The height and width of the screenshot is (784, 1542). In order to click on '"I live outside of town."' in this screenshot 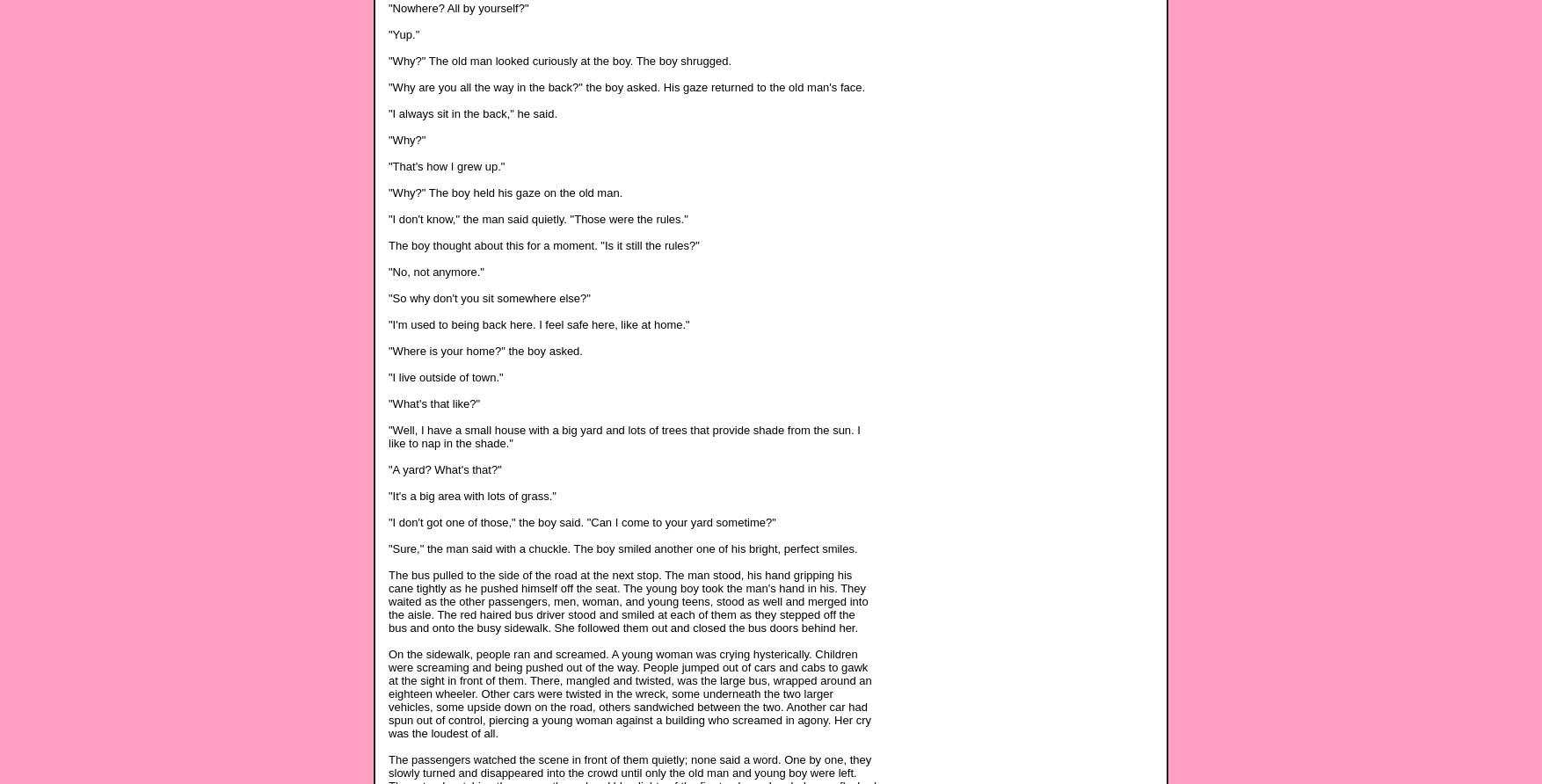, I will do `click(388, 375)`.